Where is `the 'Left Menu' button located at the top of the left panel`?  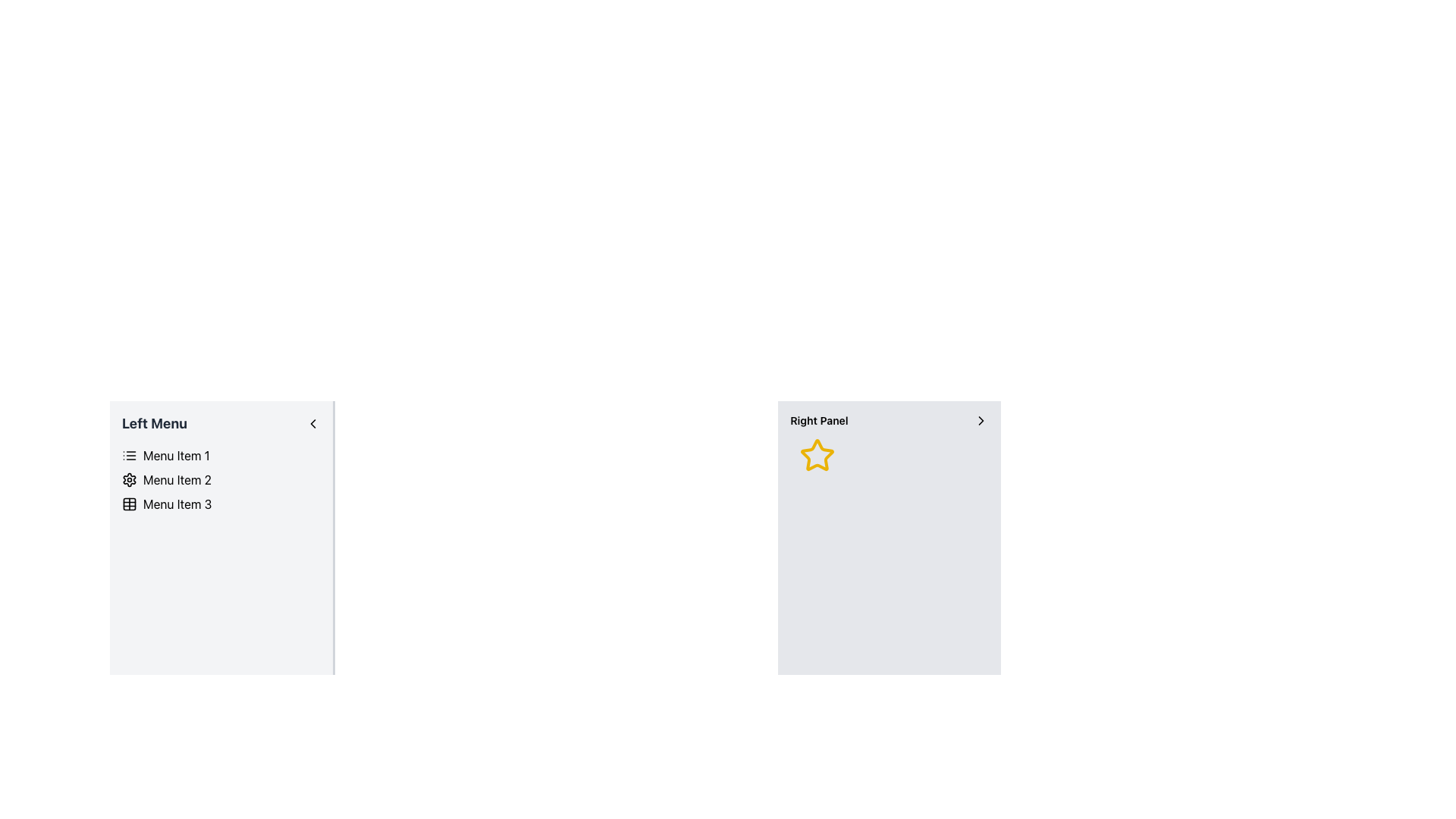 the 'Left Menu' button located at the top of the left panel is located at coordinates (220, 424).